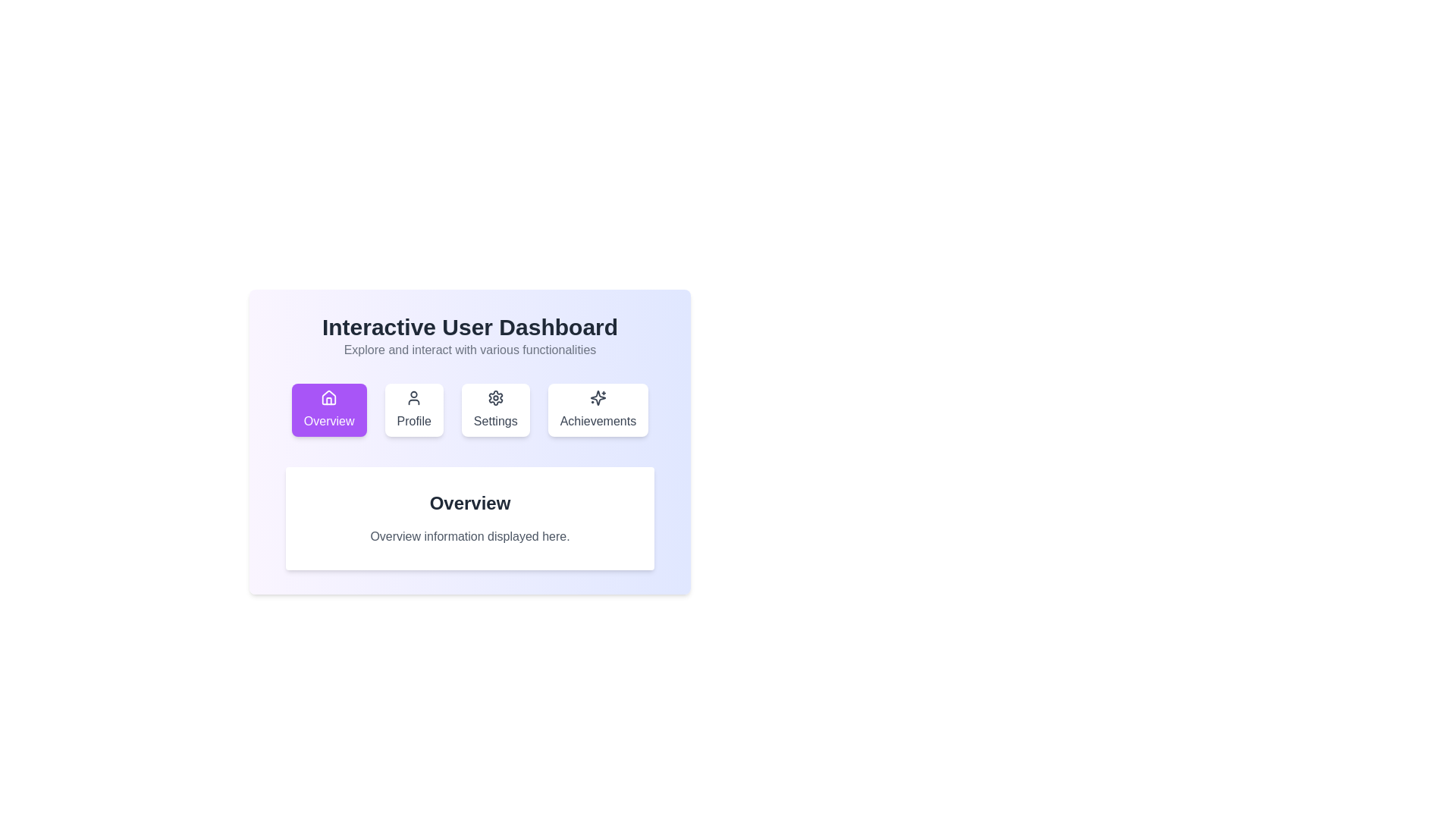  What do you see at coordinates (414, 397) in the screenshot?
I see `the user icon, which is a simple outline representation of a person located at the top center of the 'Profile' card, above the label 'Profile'` at bounding box center [414, 397].